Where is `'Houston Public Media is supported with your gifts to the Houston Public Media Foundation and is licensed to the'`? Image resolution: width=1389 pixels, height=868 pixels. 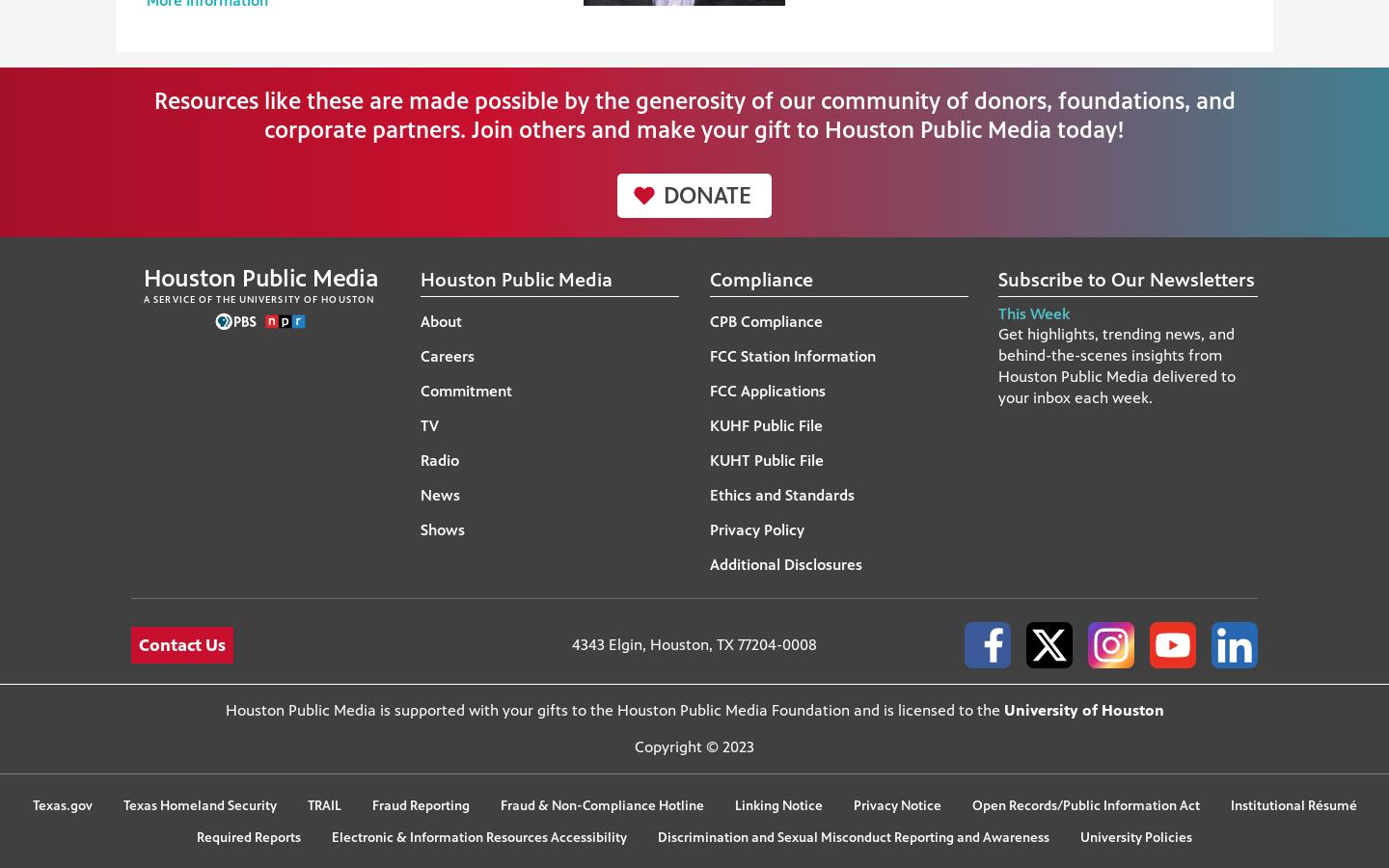 'Houston Public Media is supported with your gifts to the Houston Public Media Foundation and is licensed to the' is located at coordinates (224, 709).